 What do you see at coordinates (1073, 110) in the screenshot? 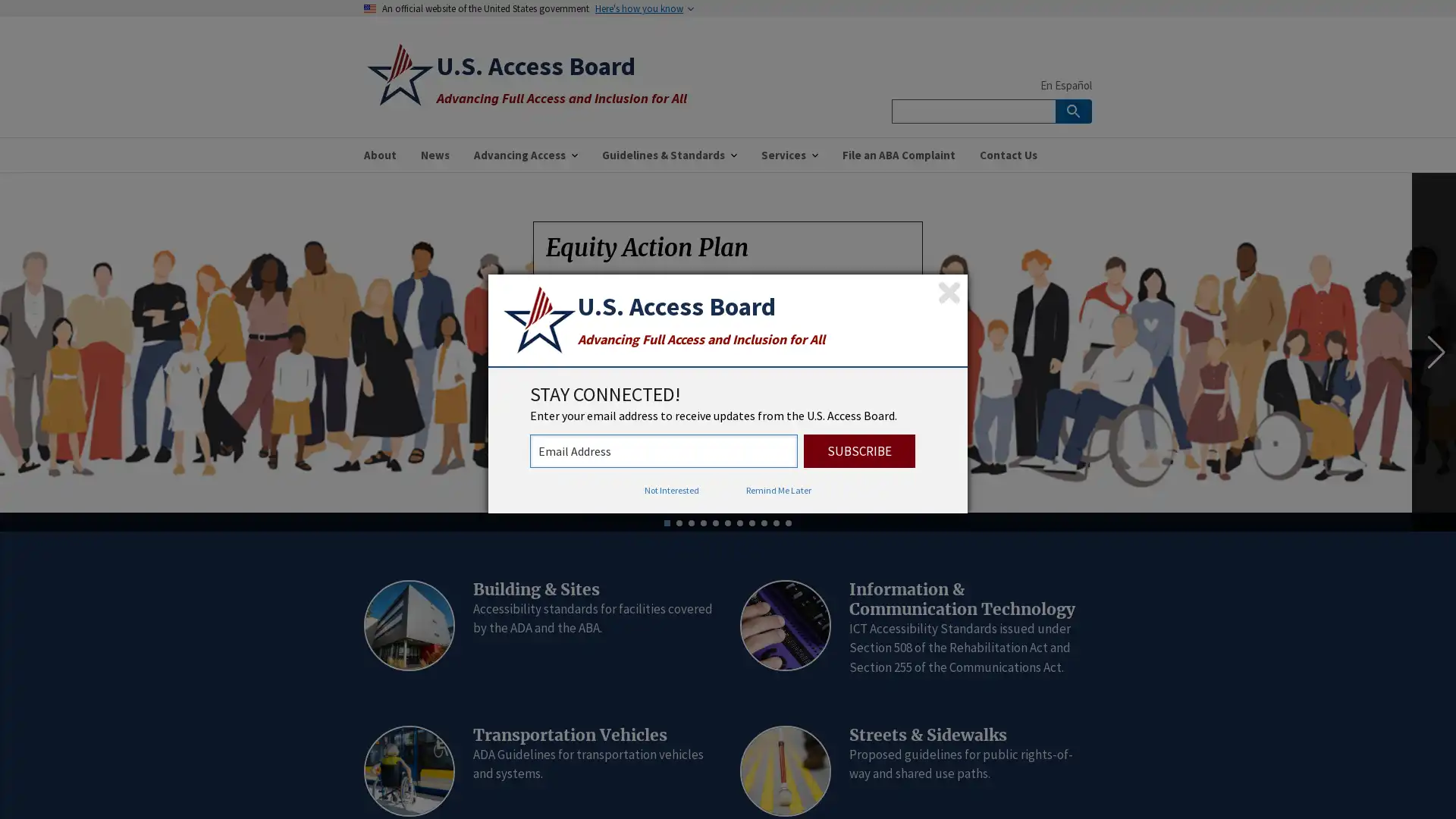
I see `Search` at bounding box center [1073, 110].